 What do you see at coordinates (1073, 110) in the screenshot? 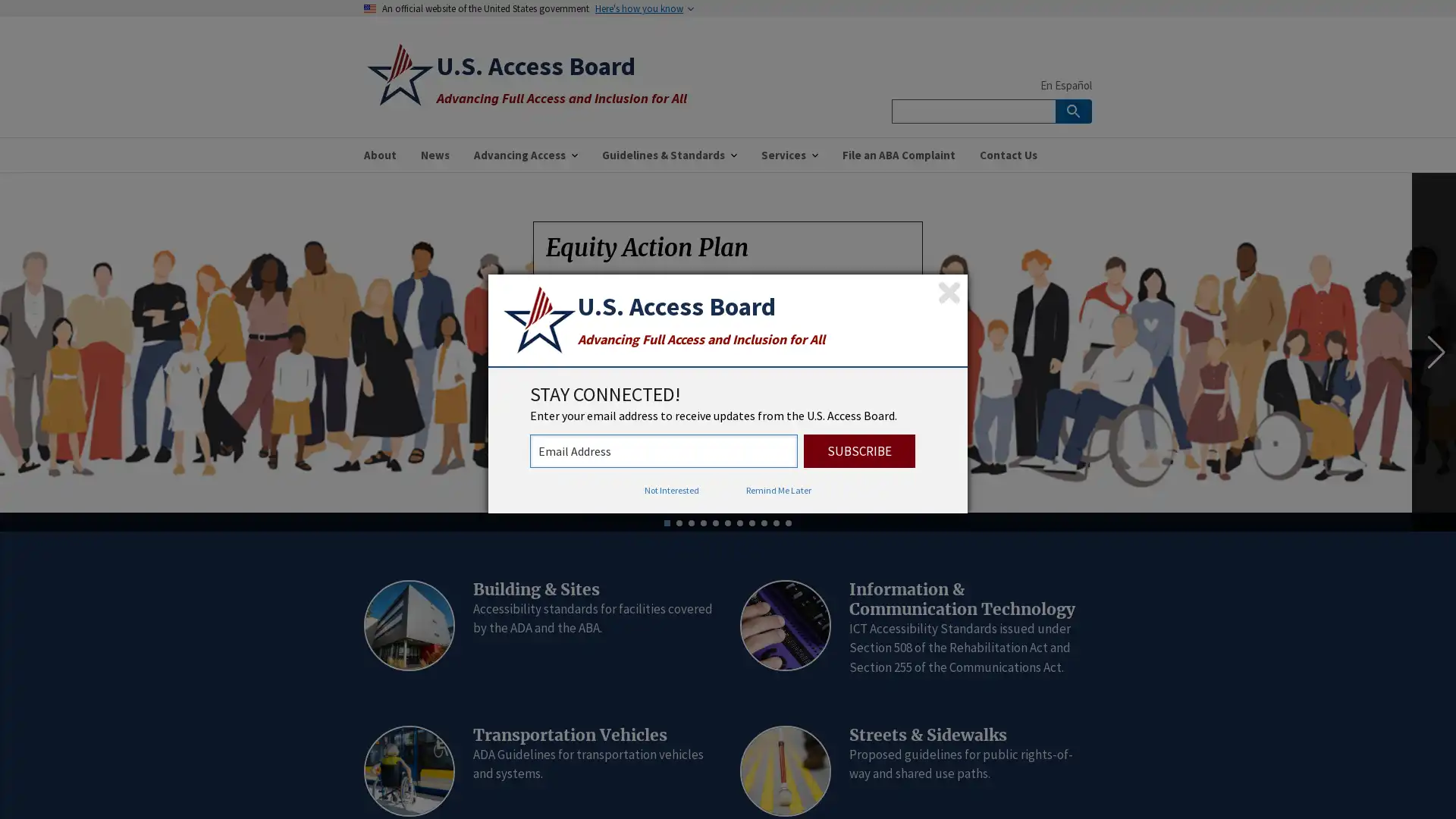
I see `Search` at bounding box center [1073, 110].